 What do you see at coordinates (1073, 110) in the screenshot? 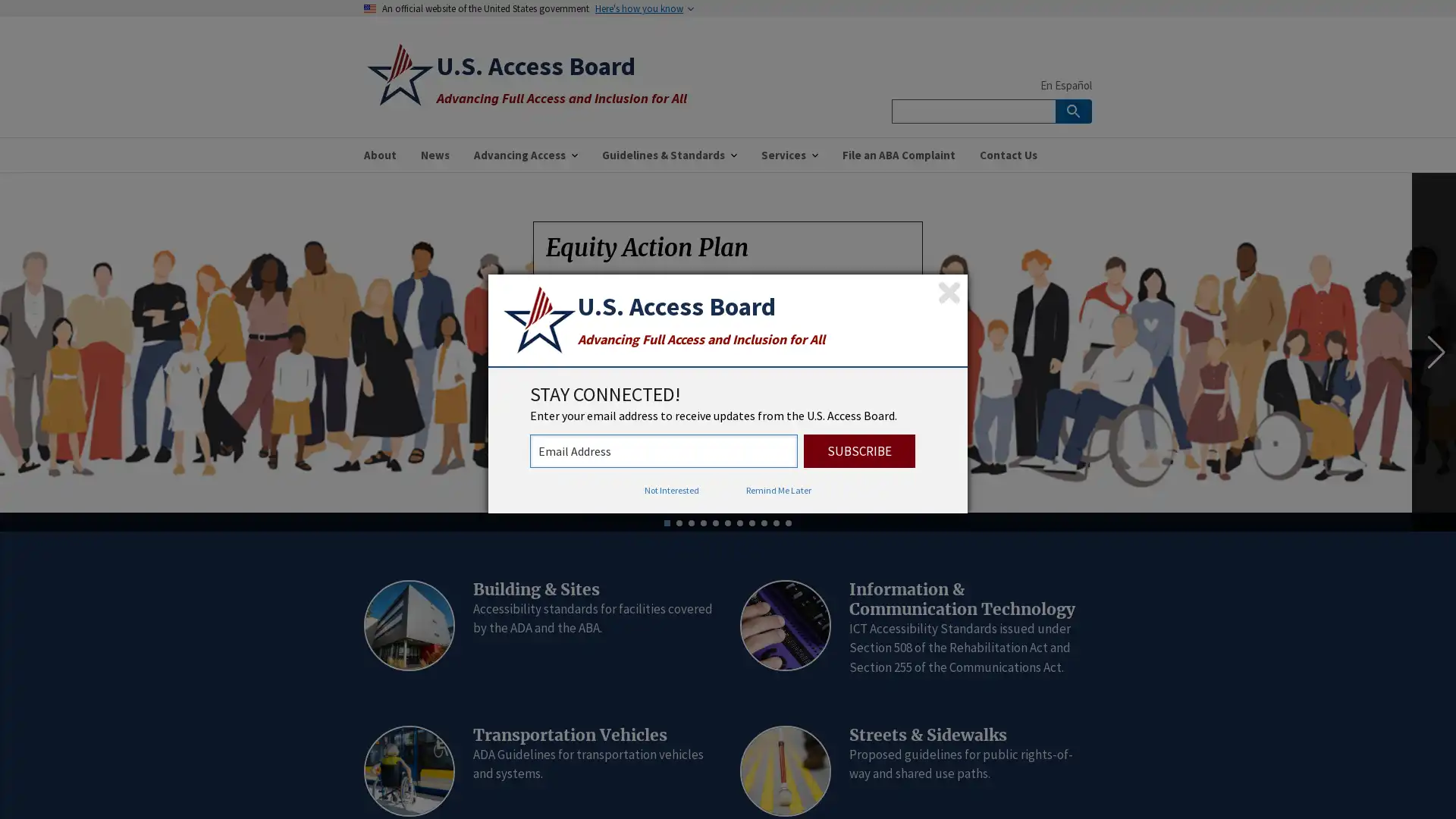
I see `Search` at bounding box center [1073, 110].